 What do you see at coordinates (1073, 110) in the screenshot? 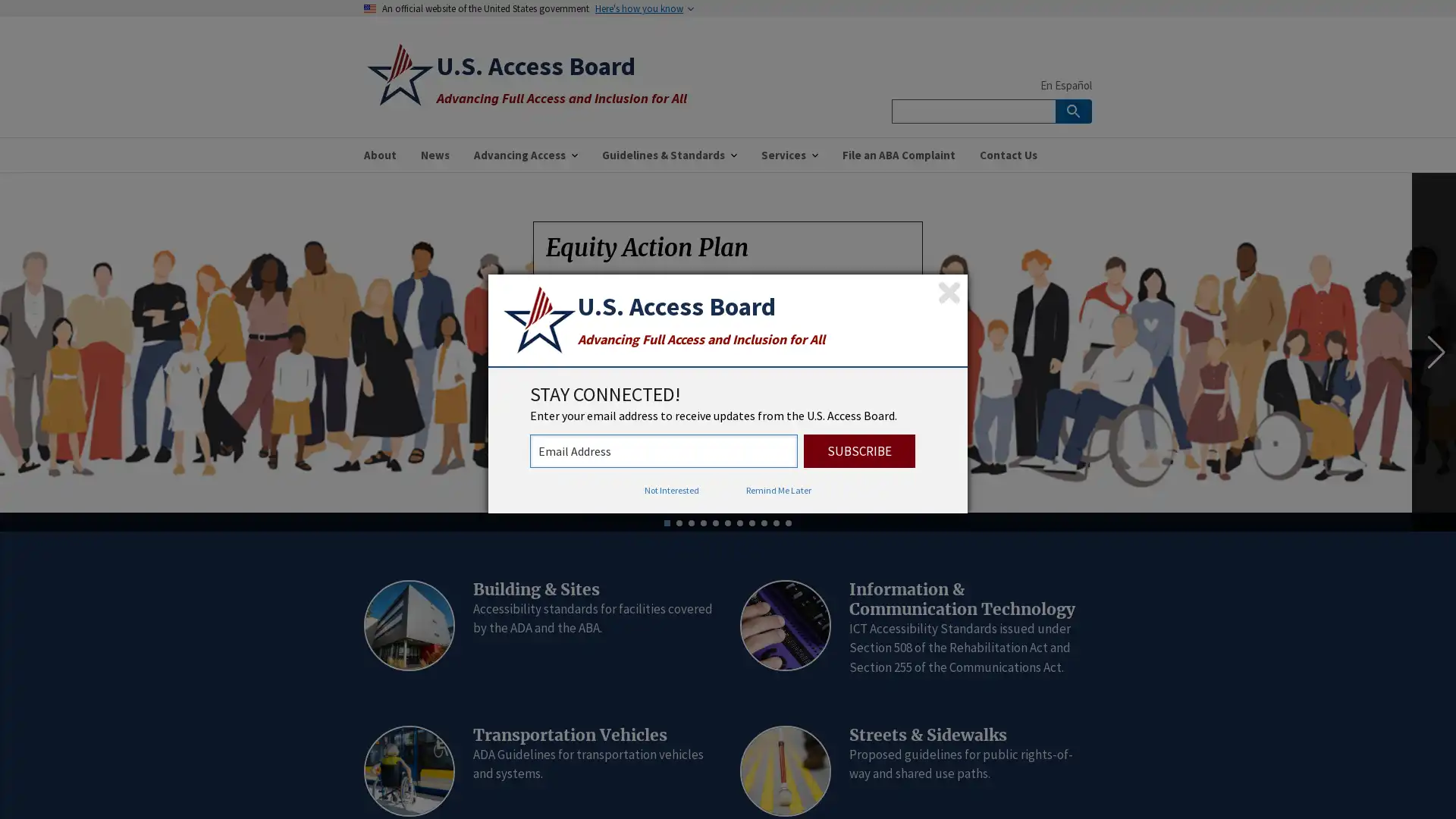
I see `Search` at bounding box center [1073, 110].